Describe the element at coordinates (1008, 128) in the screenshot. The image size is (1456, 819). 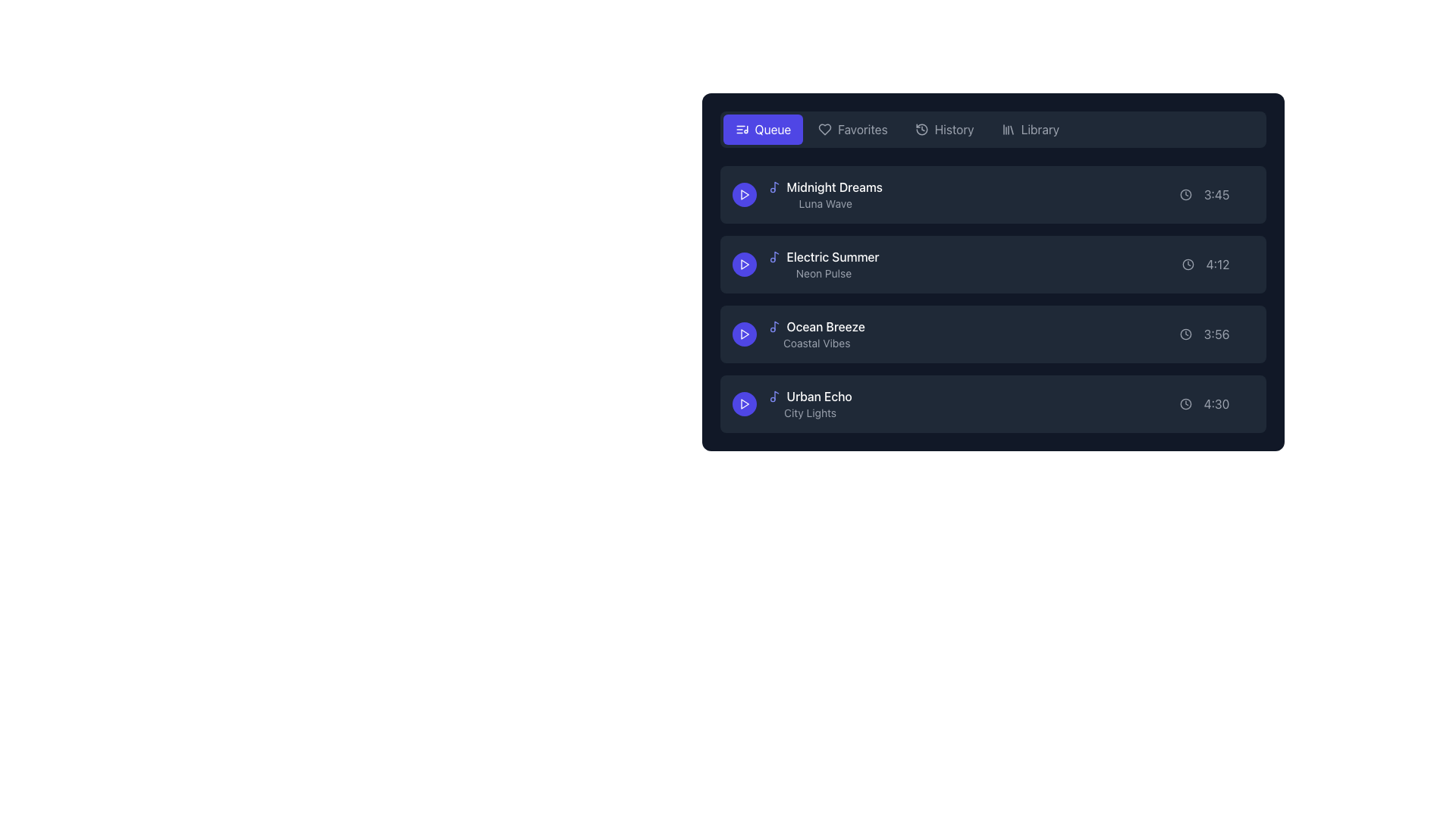
I see `the 'Library' icon located in the fourth position from the left in the top navigation bar, which allows users` at that location.